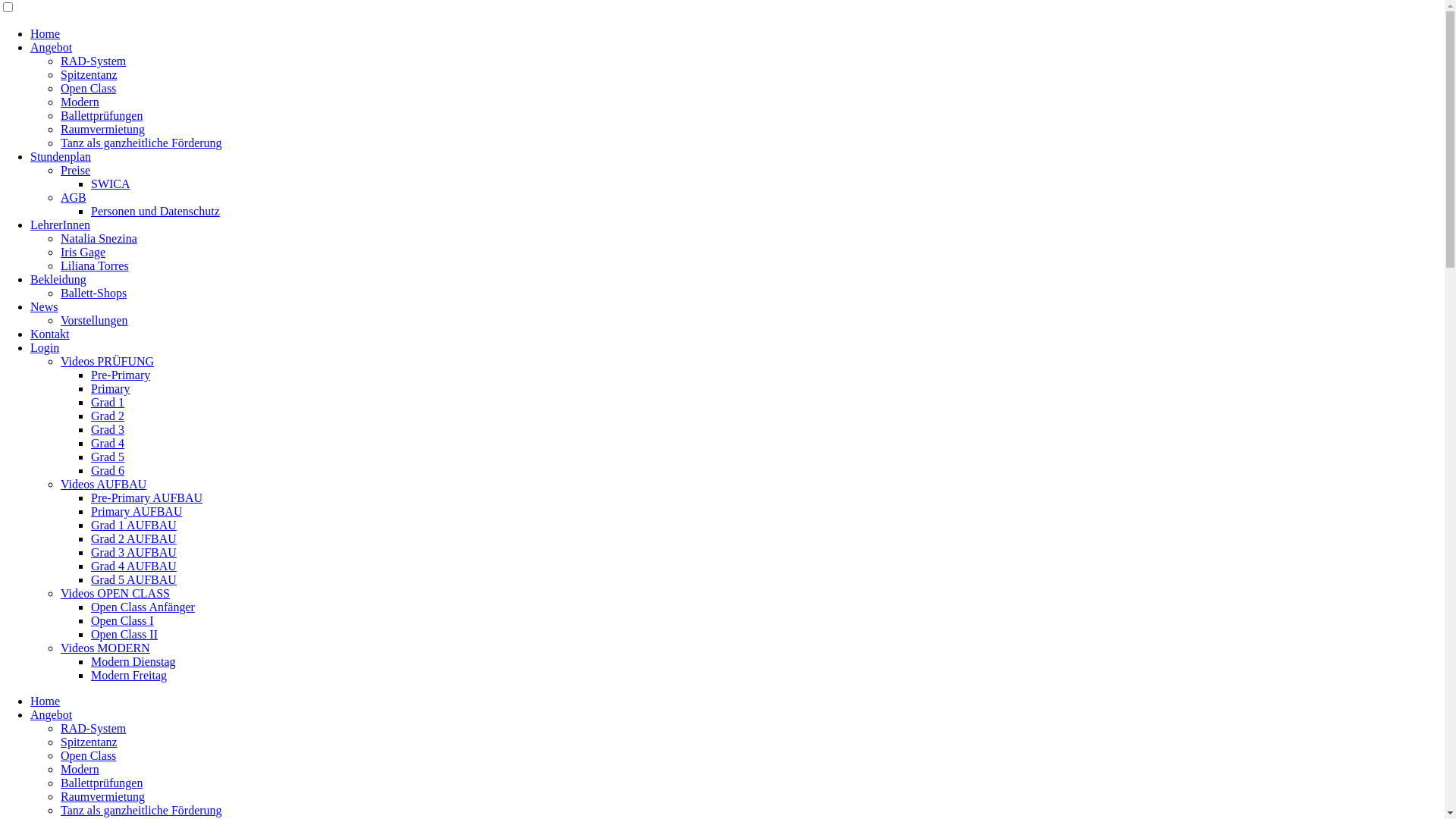 This screenshot has width=1456, height=819. Describe the element at coordinates (107, 429) in the screenshot. I see `'Grad 3'` at that location.